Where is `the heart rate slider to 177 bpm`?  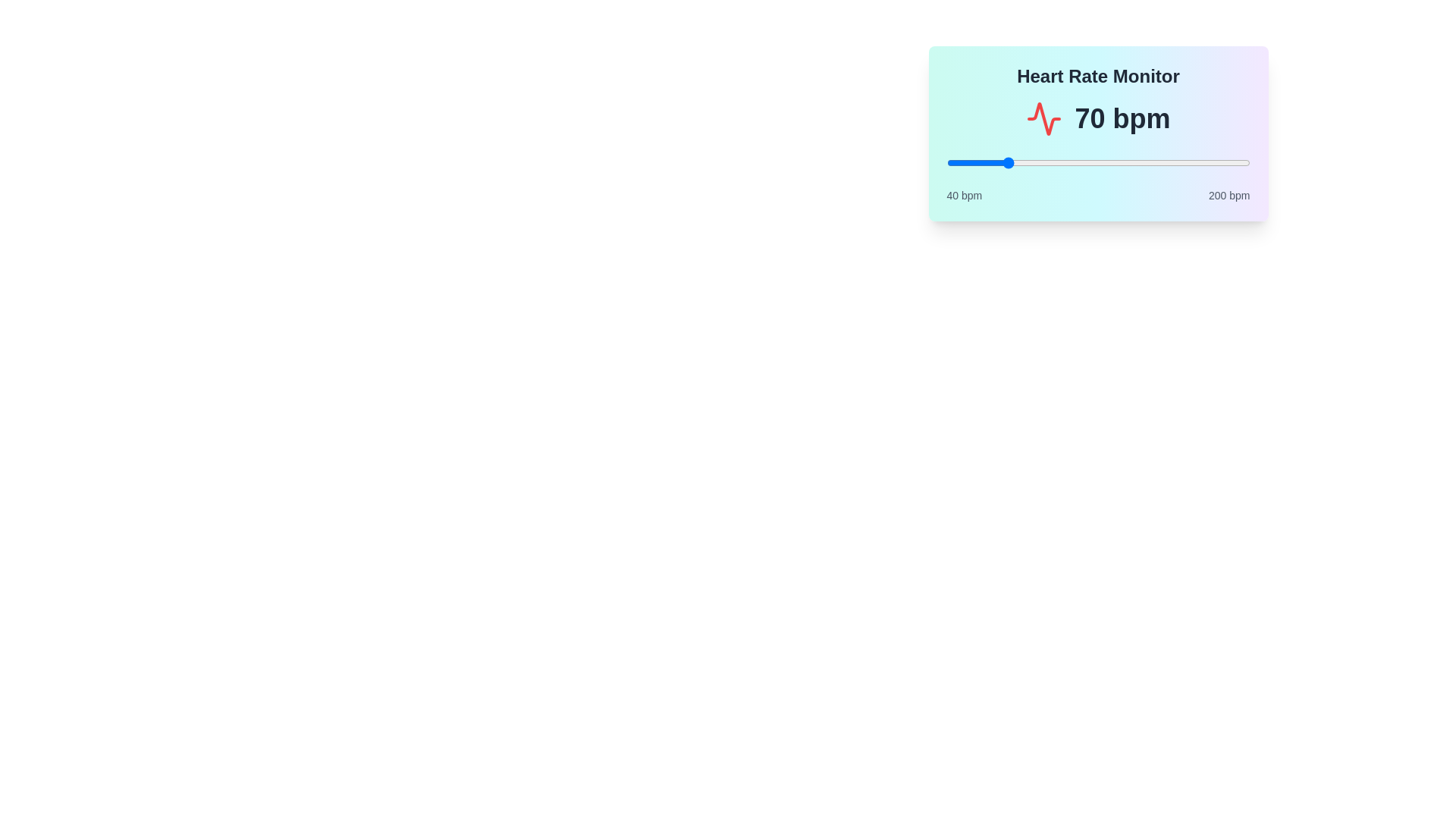
the heart rate slider to 177 bpm is located at coordinates (1205, 163).